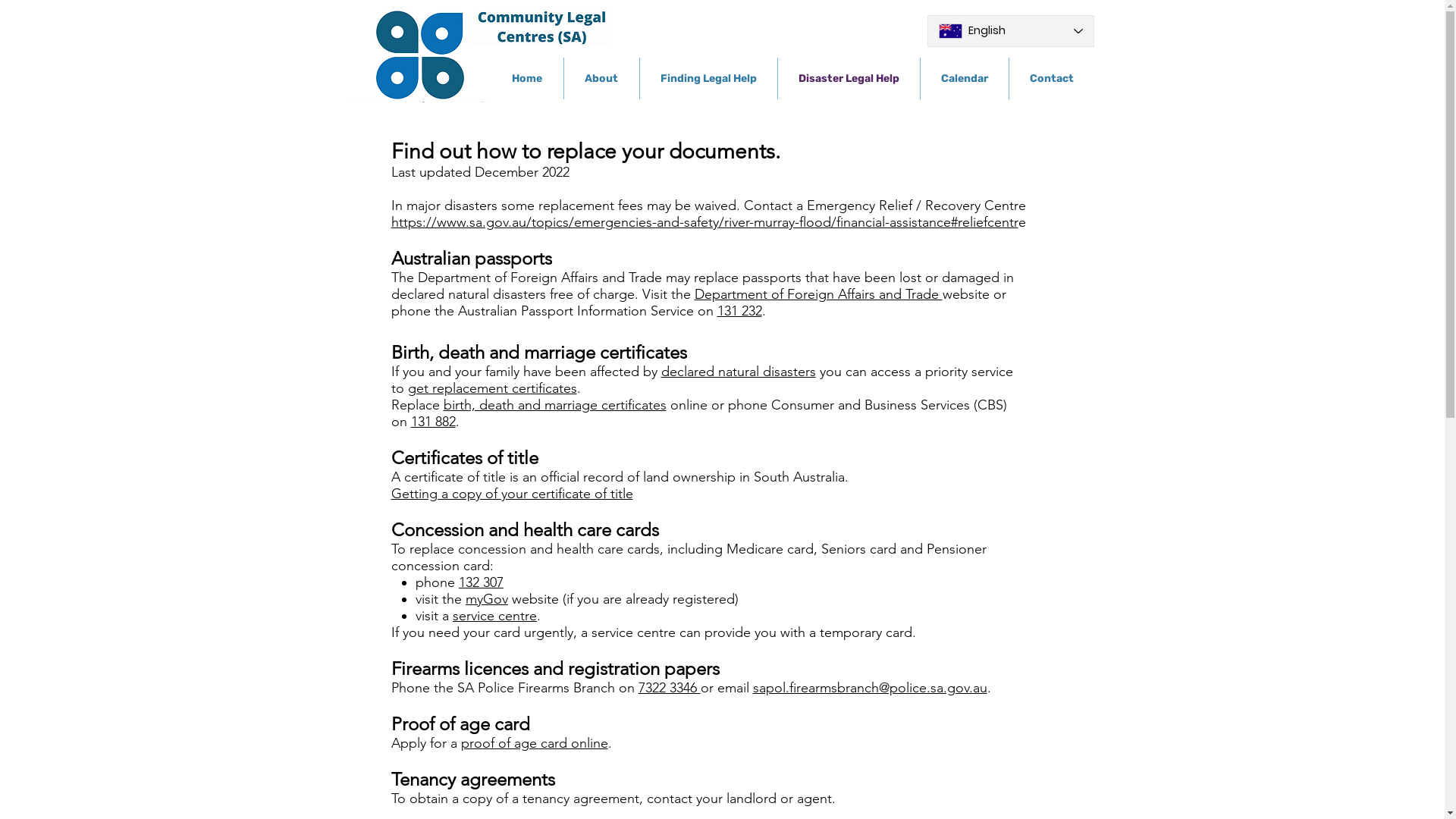 The height and width of the screenshot is (819, 1456). What do you see at coordinates (535, 742) in the screenshot?
I see `'proof of age card online'` at bounding box center [535, 742].